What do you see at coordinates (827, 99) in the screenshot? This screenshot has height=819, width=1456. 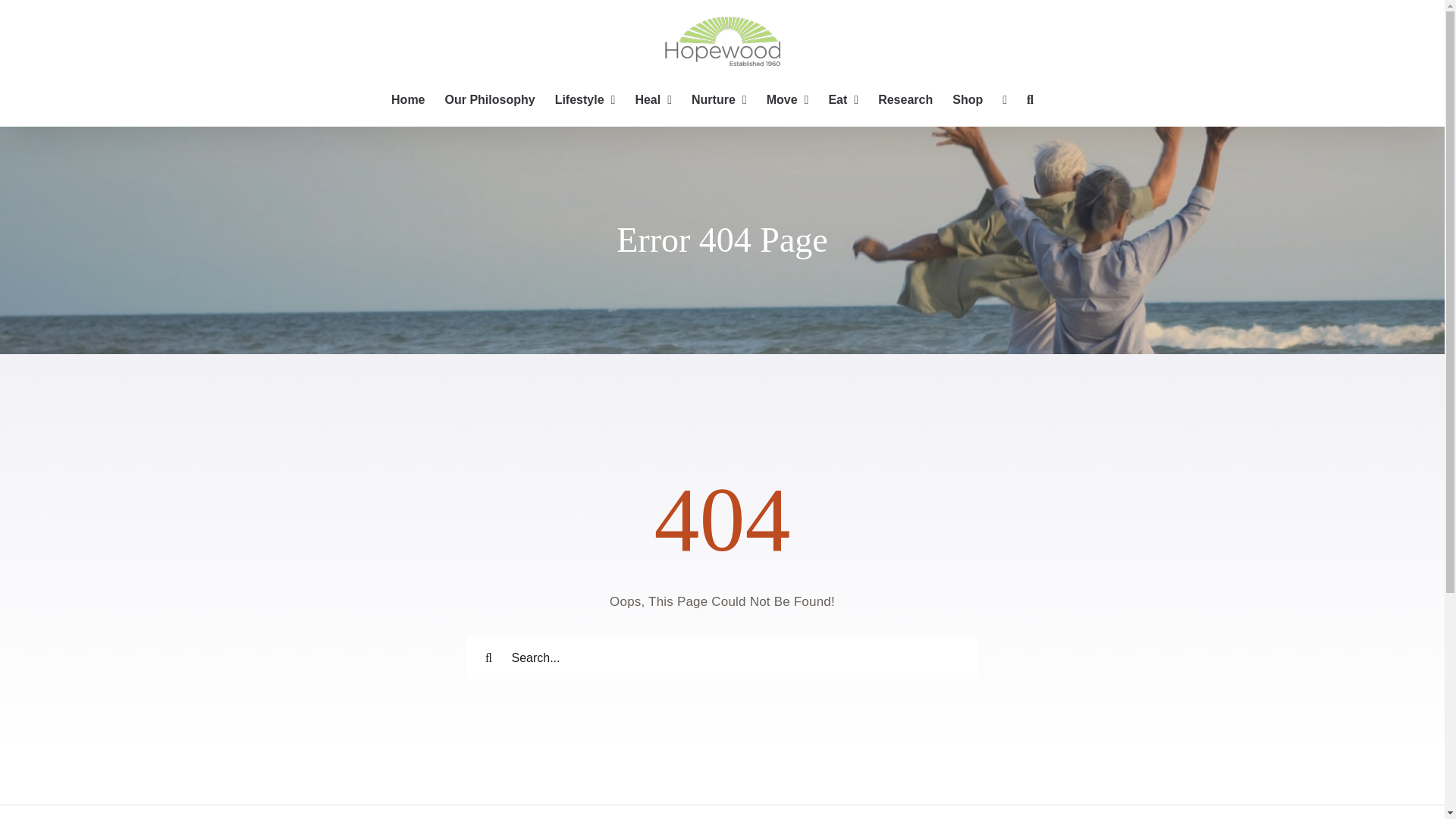 I see `'Eat'` at bounding box center [827, 99].